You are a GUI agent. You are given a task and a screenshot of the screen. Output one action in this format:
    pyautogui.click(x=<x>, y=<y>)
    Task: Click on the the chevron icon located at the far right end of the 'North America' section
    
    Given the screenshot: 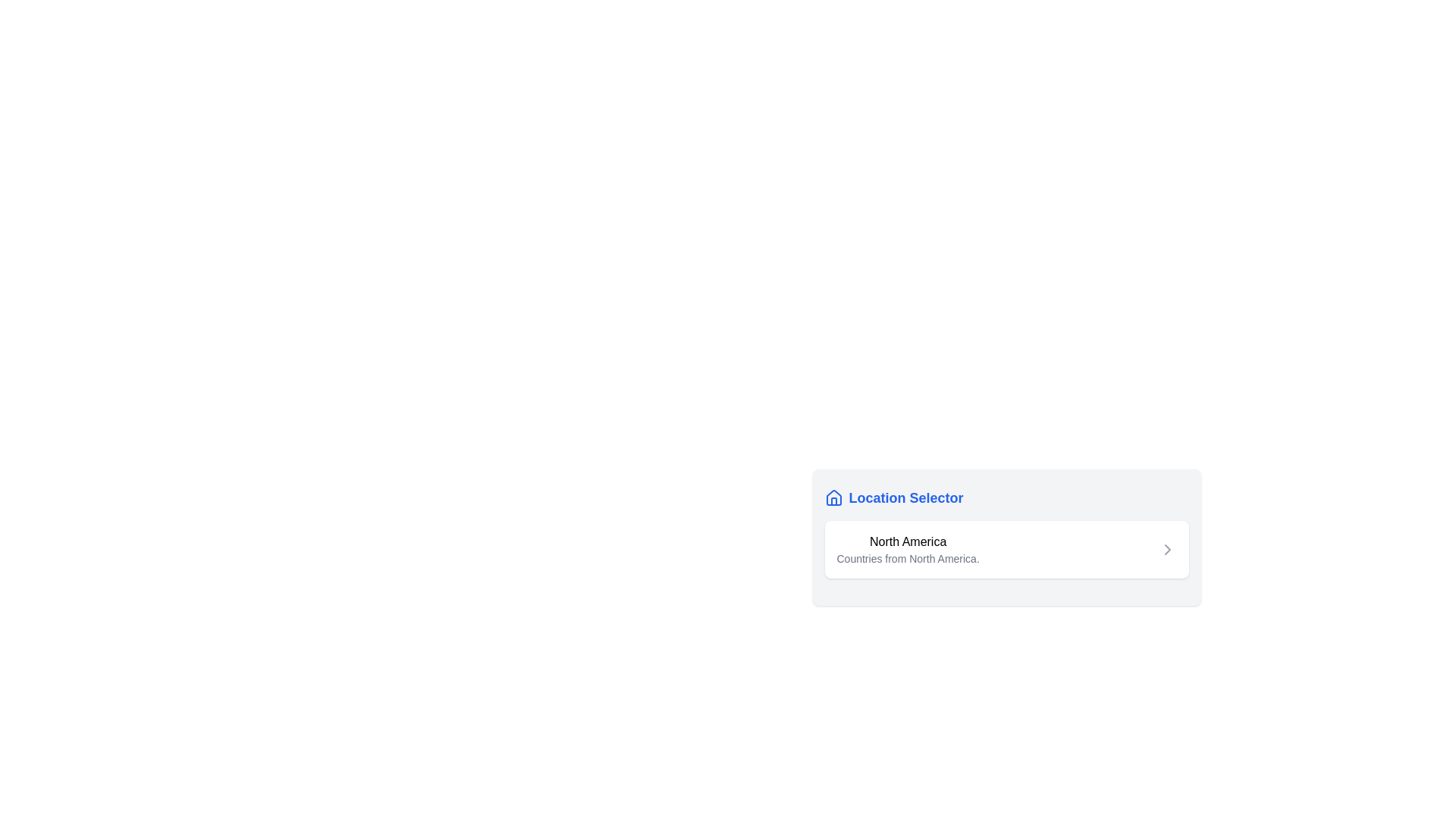 What is the action you would take?
    pyautogui.click(x=1166, y=550)
    